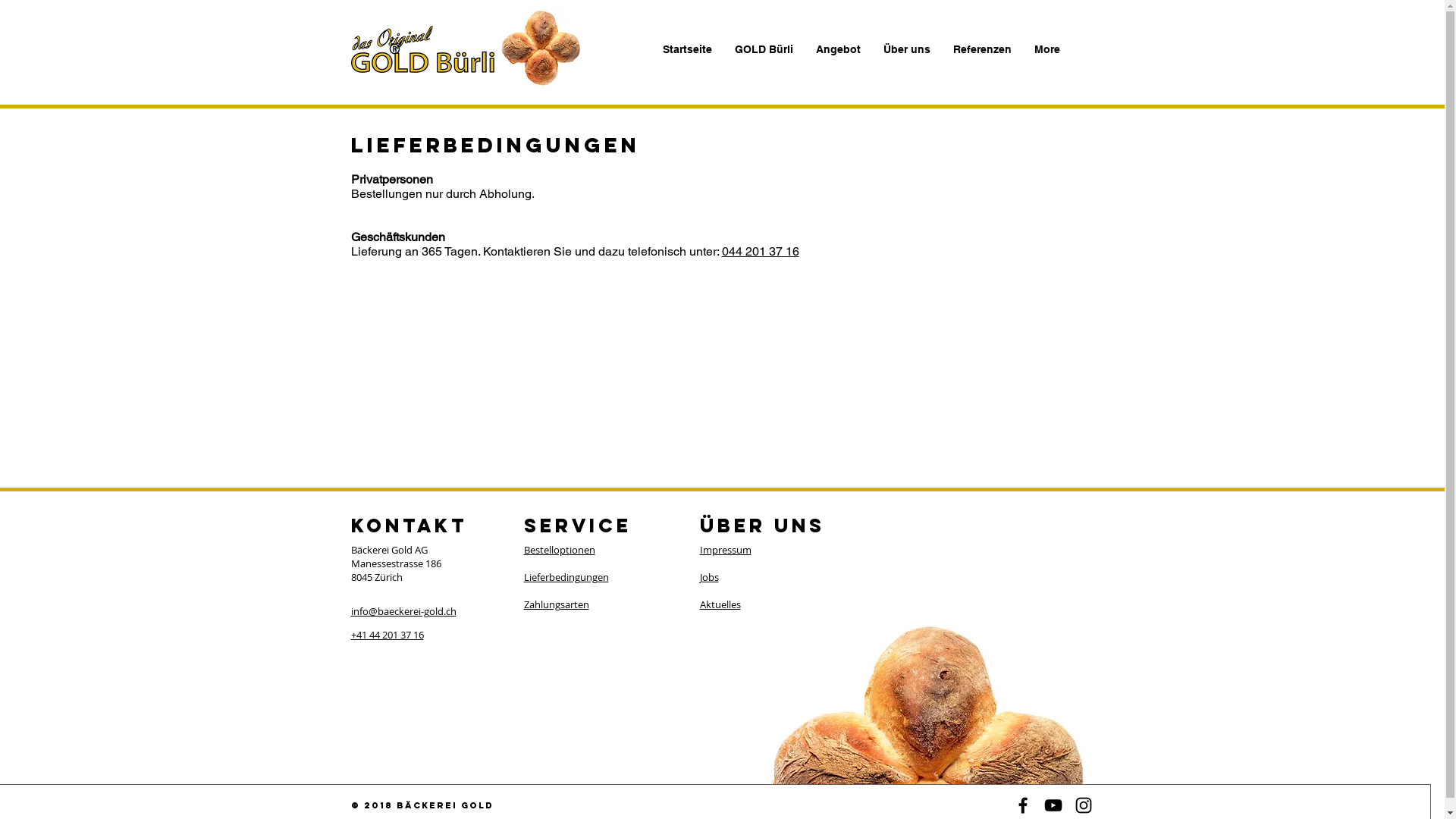 This screenshot has height=819, width=1456. What do you see at coordinates (555, 604) in the screenshot?
I see `'Zahlungsarten'` at bounding box center [555, 604].